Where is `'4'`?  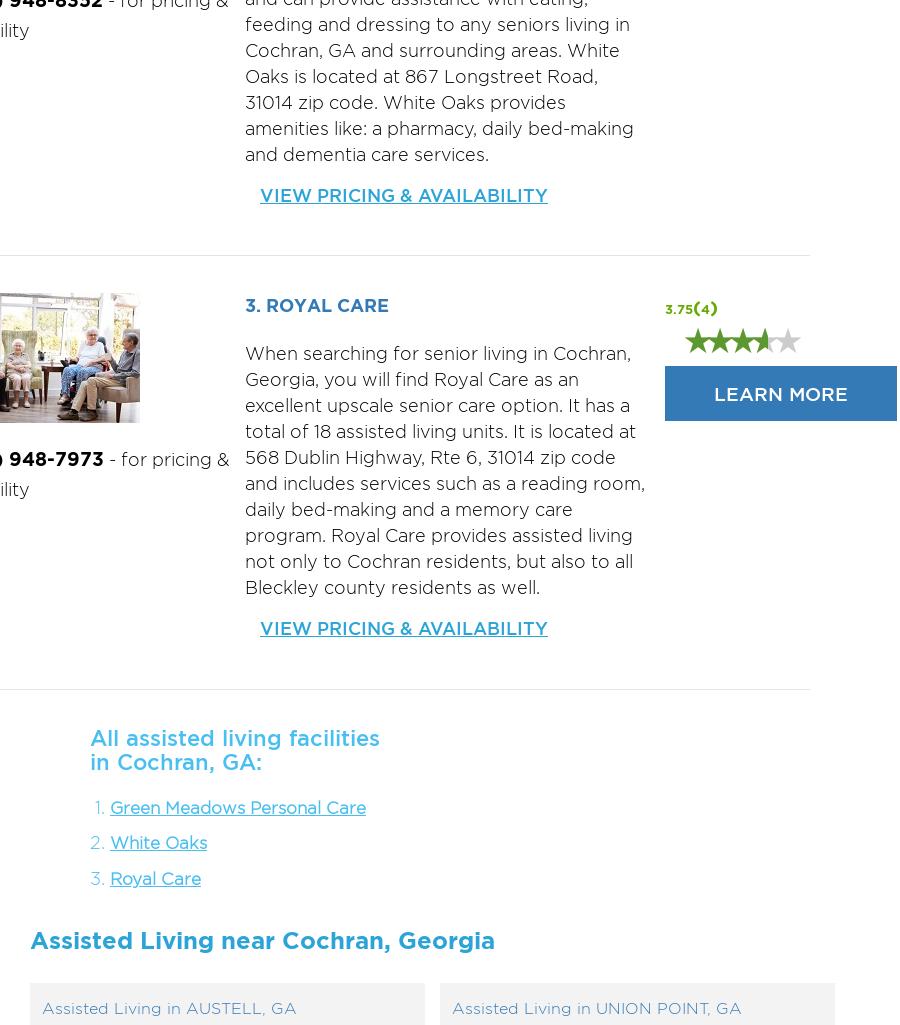 '4' is located at coordinates (703, 309).